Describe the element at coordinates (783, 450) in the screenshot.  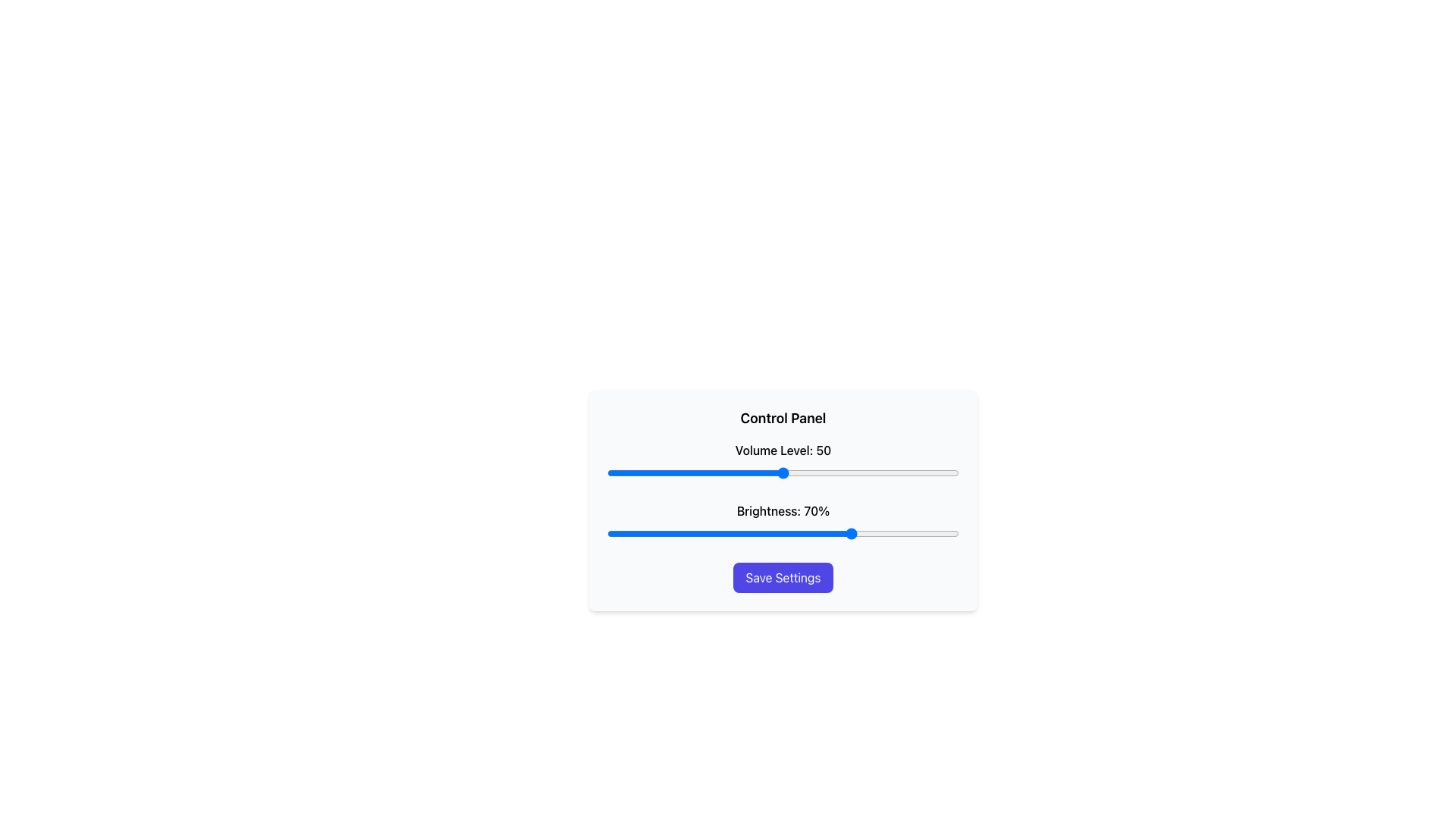
I see `text label displaying 'Volume Level: 50', which is styled in bold black font and positioned above a horizontal volume slider in the control panel interface` at that location.